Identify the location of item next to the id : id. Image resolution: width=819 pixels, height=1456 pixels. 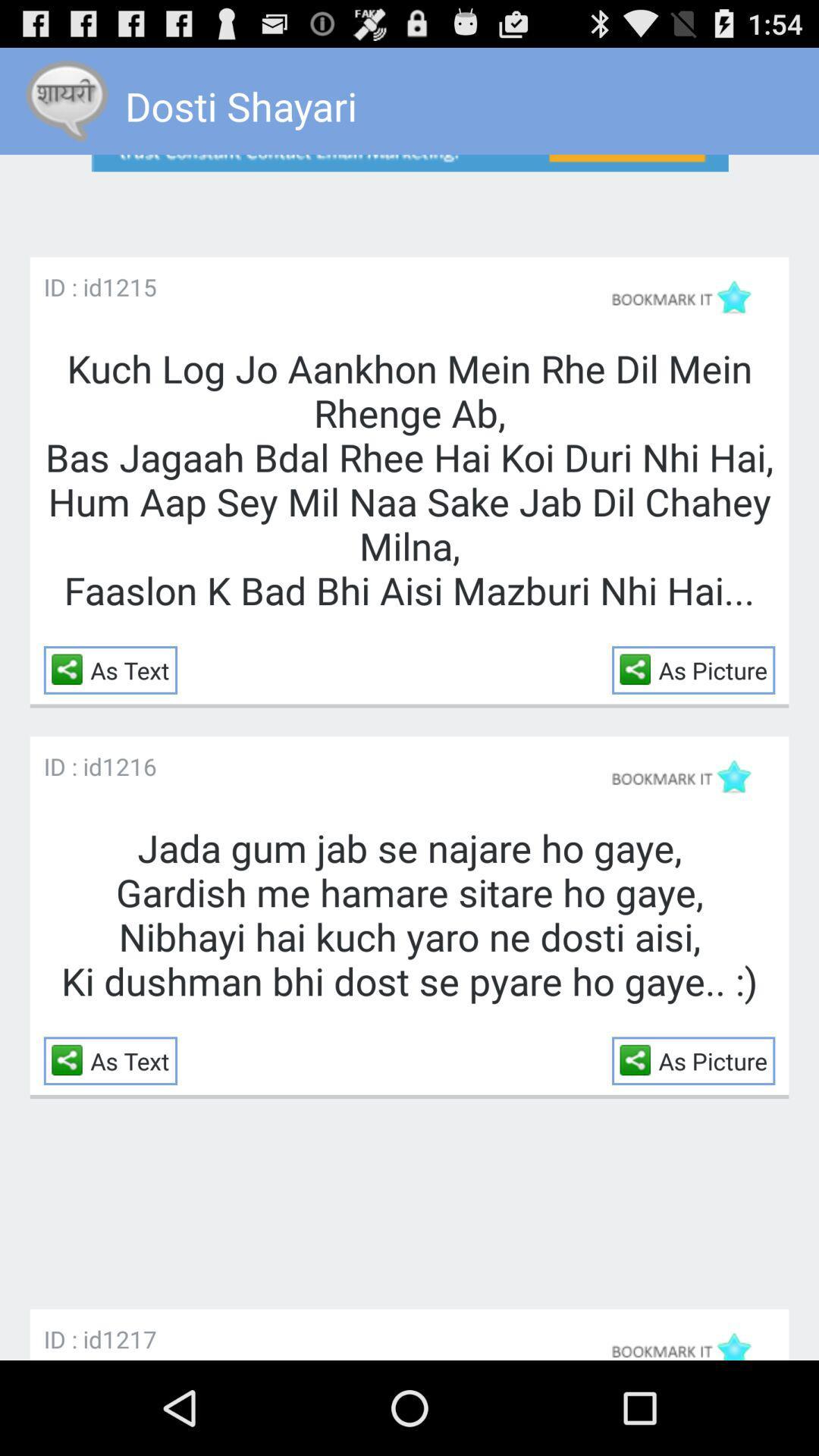
(128, 766).